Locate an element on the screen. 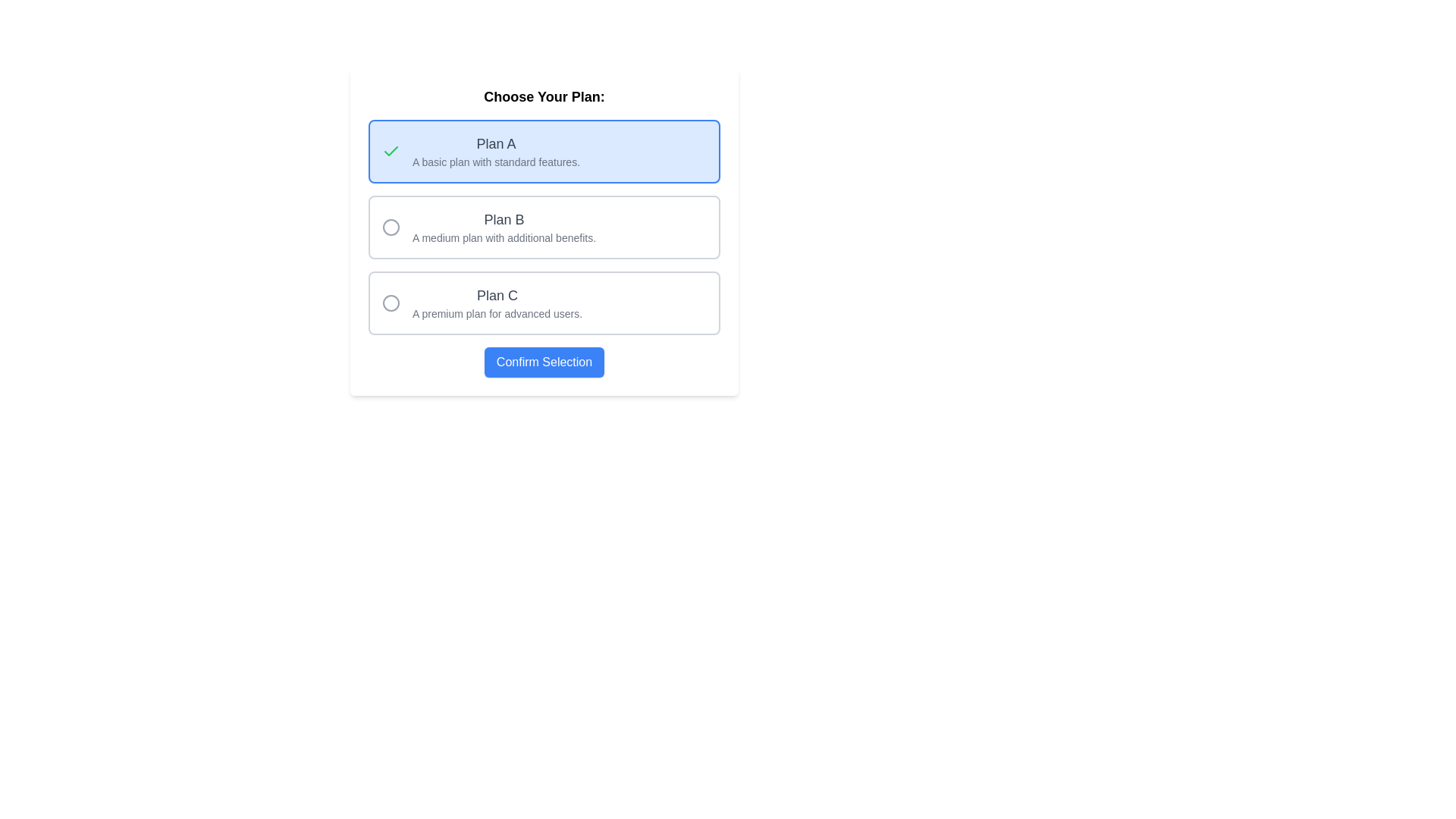 Image resolution: width=1456 pixels, height=819 pixels. the small green checkmark icon indicating the selected state for 'Plan A' is located at coordinates (391, 151).